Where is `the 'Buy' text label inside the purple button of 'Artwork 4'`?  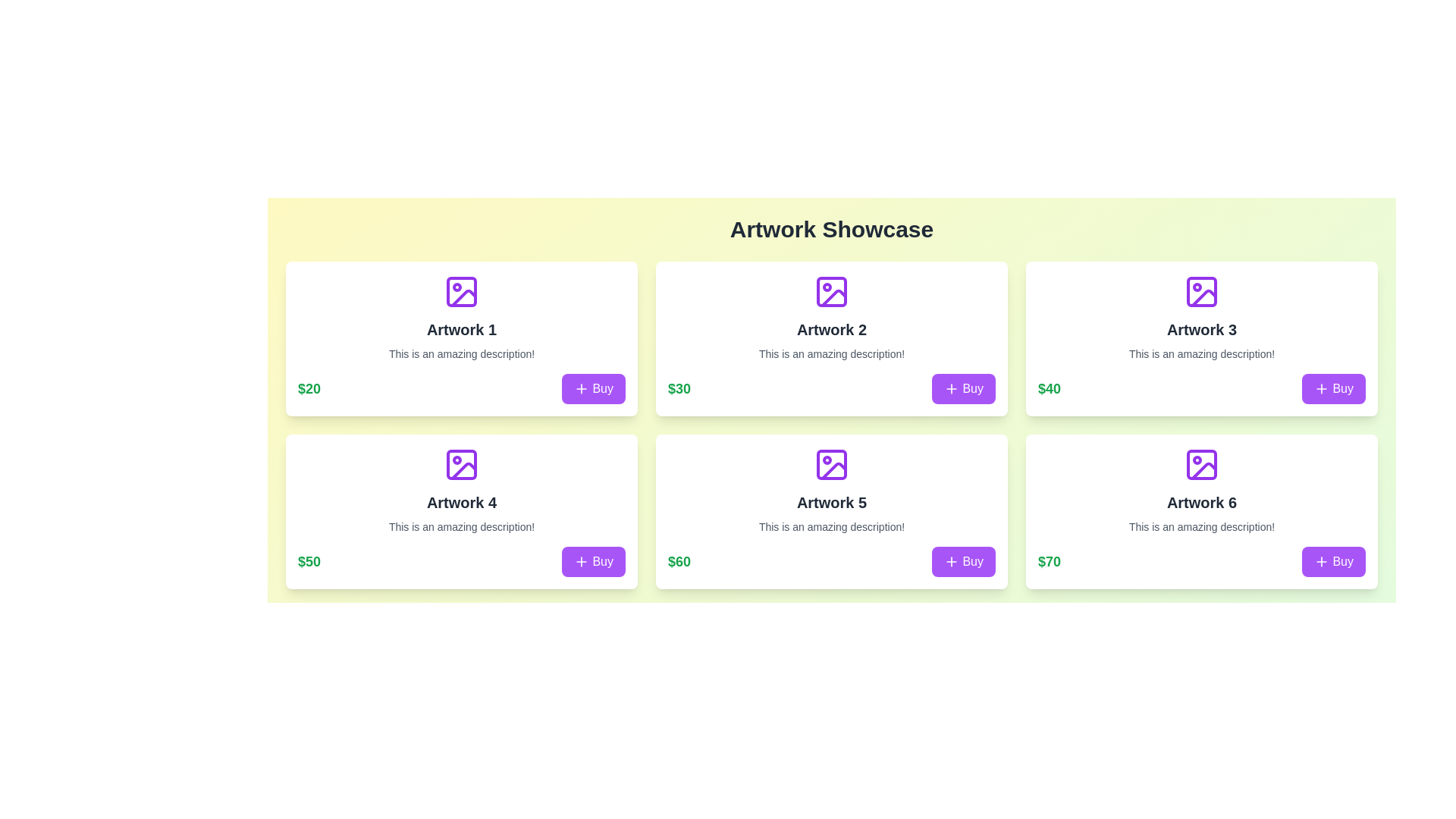 the 'Buy' text label inside the purple button of 'Artwork 4' is located at coordinates (602, 561).